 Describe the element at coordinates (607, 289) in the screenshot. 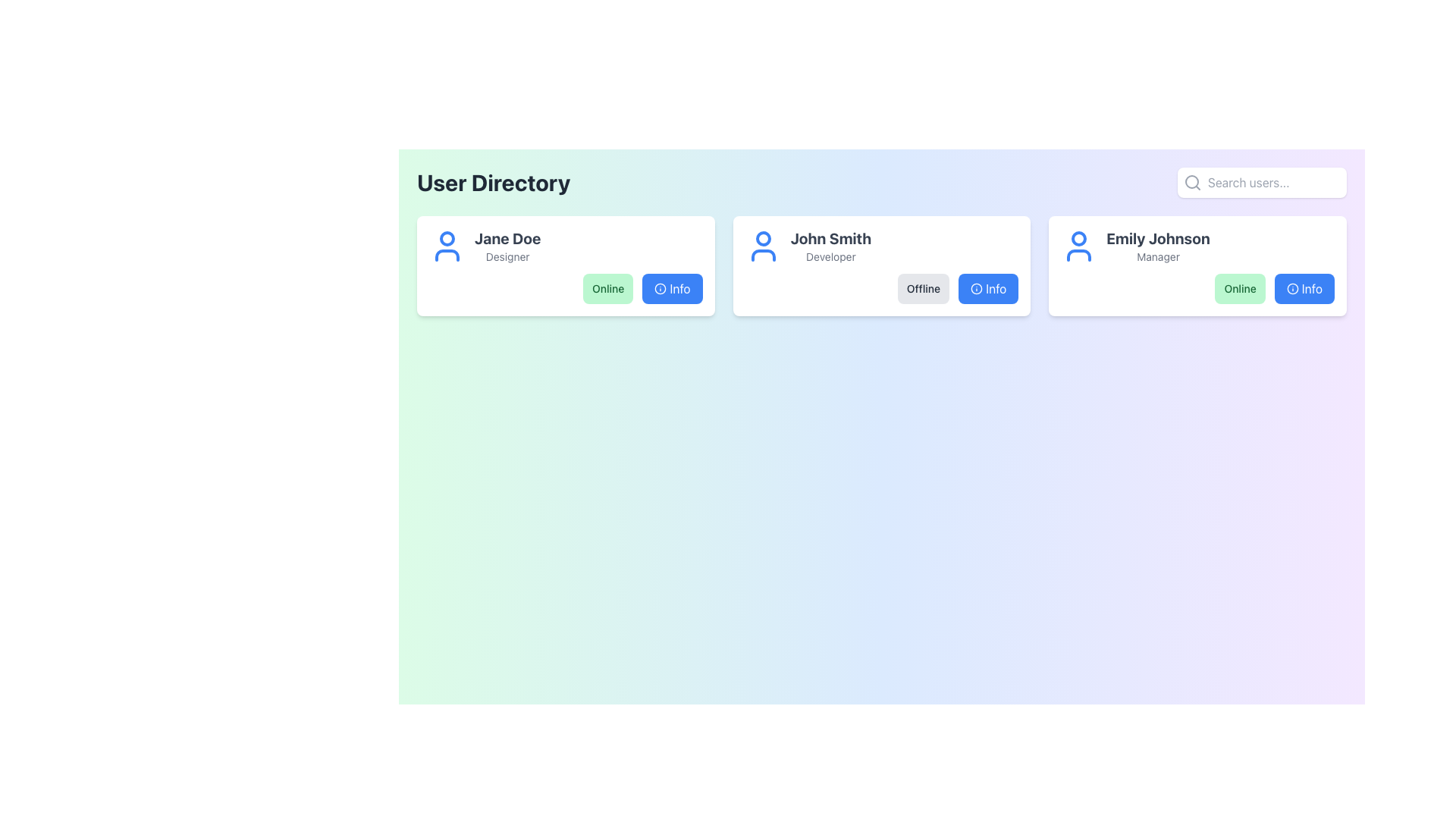

I see `the online status badge located within the user card labeled 'Jane Doe - Designer' to interact with it` at that location.